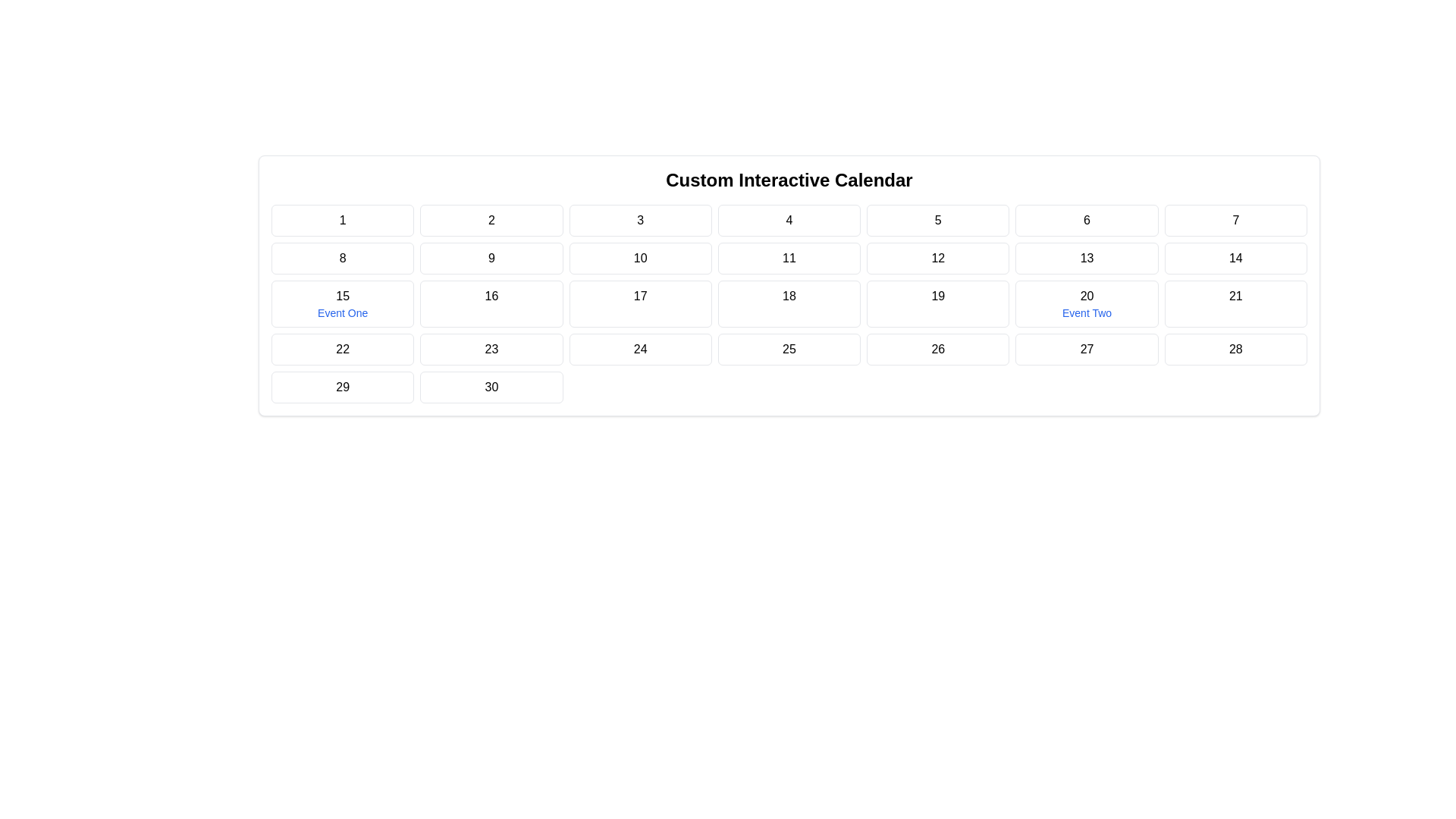  Describe the element at coordinates (1086, 312) in the screenshot. I see `text content of the label displaying 'Event Two', which indicates an event on the 20th day in the calendar grid` at that location.